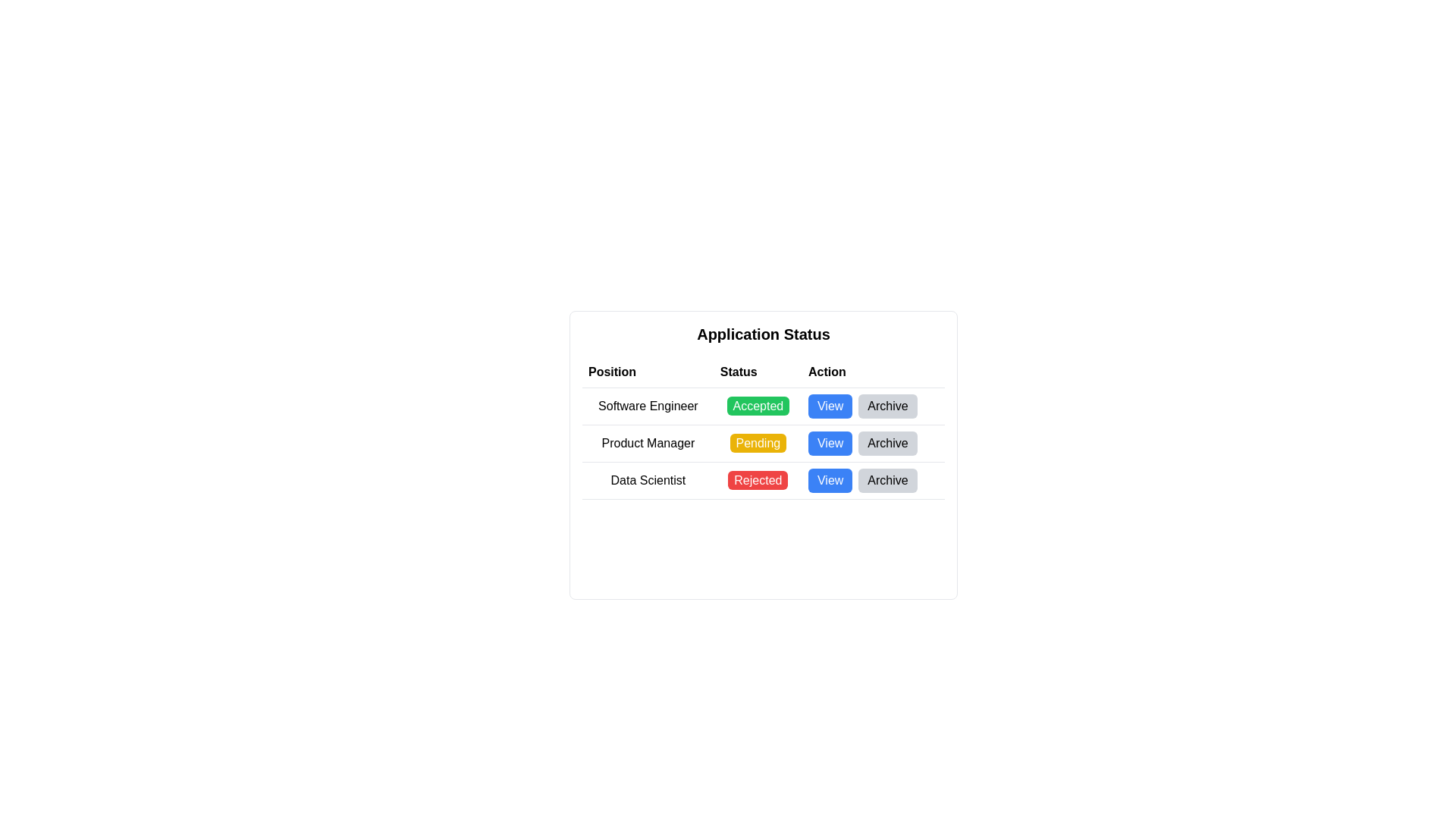 The image size is (1456, 819). Describe the element at coordinates (758, 480) in the screenshot. I see `status text from the rectangular badge-like component with a red background and white text reading 'Rejected' located in the 'Status' column of the 'Data Scientist' row` at that location.